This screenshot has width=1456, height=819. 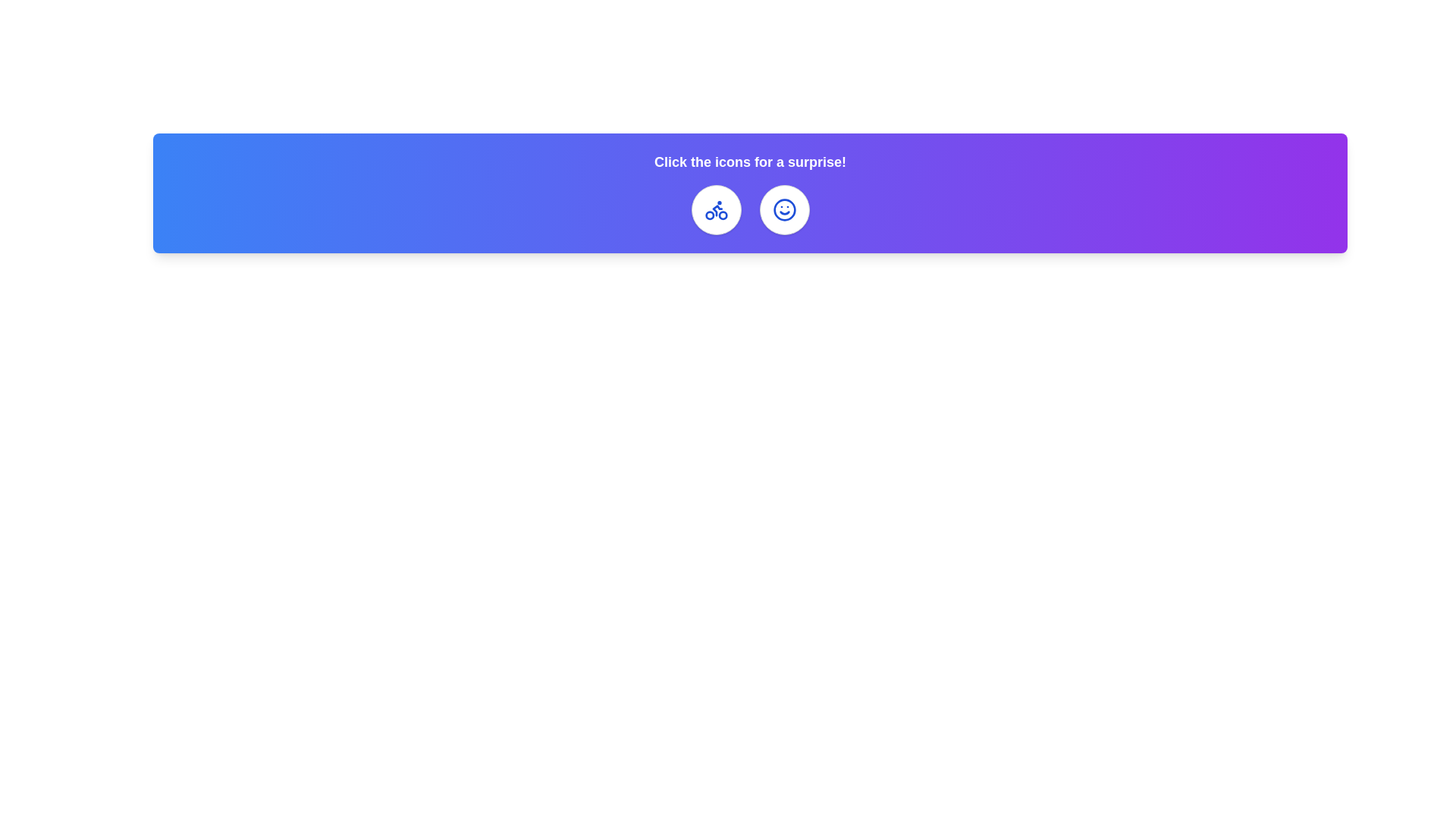 What do you see at coordinates (722, 215) in the screenshot?
I see `the small blue and white circle that represents the rear wheel of the bicycle icon located at the center of the interface` at bounding box center [722, 215].